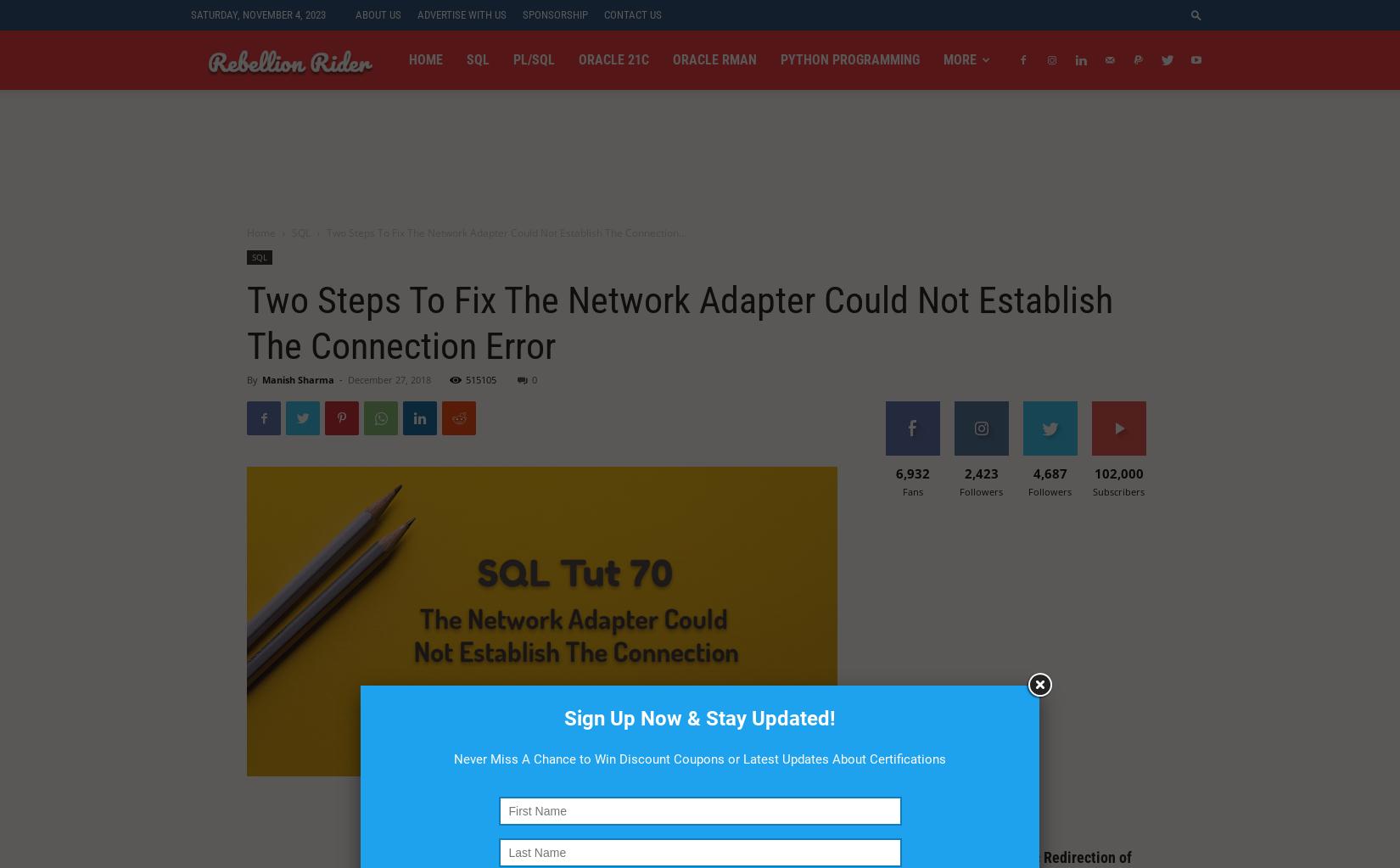 This screenshot has height=868, width=1400. What do you see at coordinates (533, 378) in the screenshot?
I see `'0'` at bounding box center [533, 378].